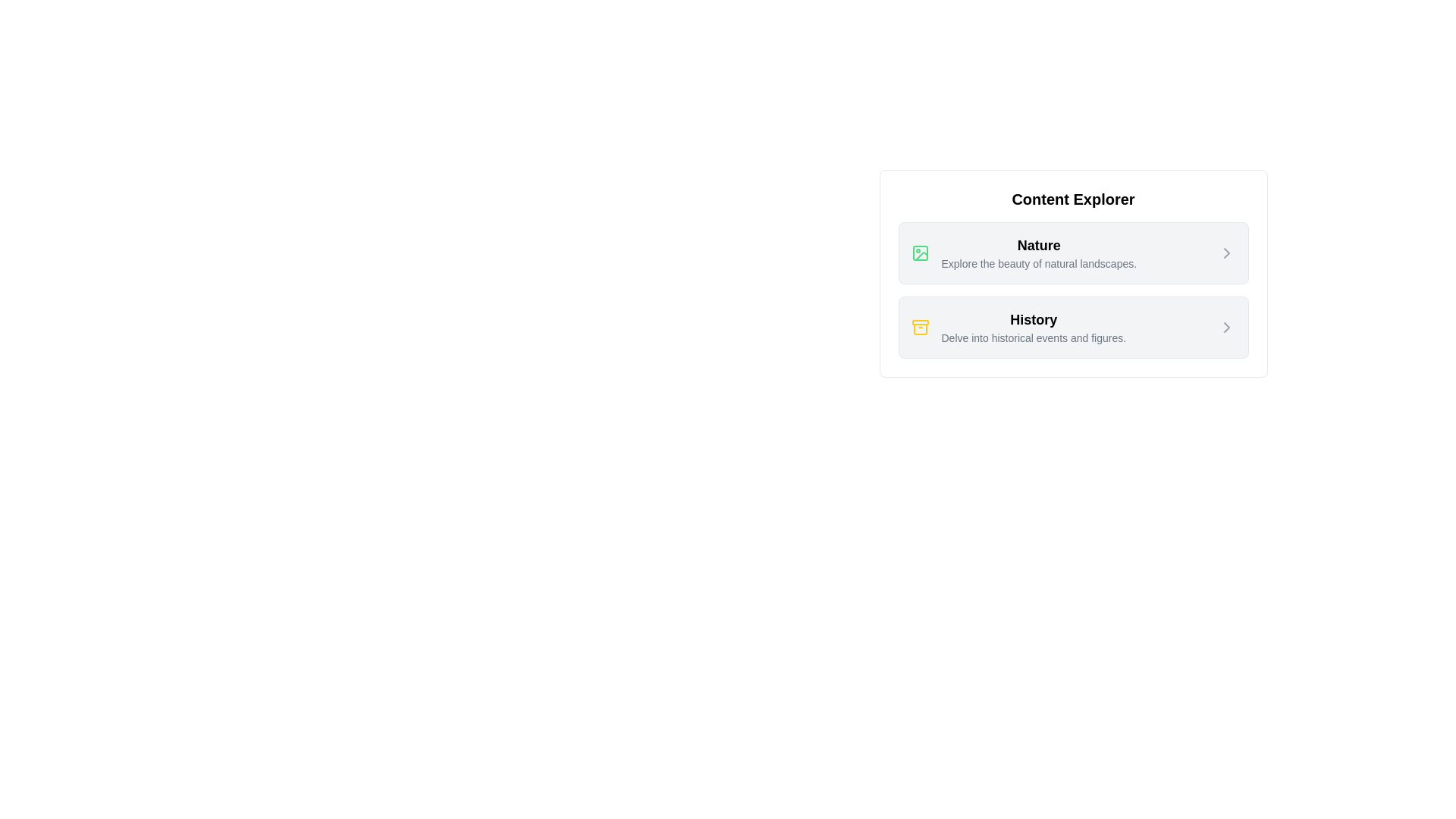 The image size is (1456, 819). I want to click on the chevron icon located at the far-right side of the 'Nature' card to receive potential visual feedback, so click(1226, 253).